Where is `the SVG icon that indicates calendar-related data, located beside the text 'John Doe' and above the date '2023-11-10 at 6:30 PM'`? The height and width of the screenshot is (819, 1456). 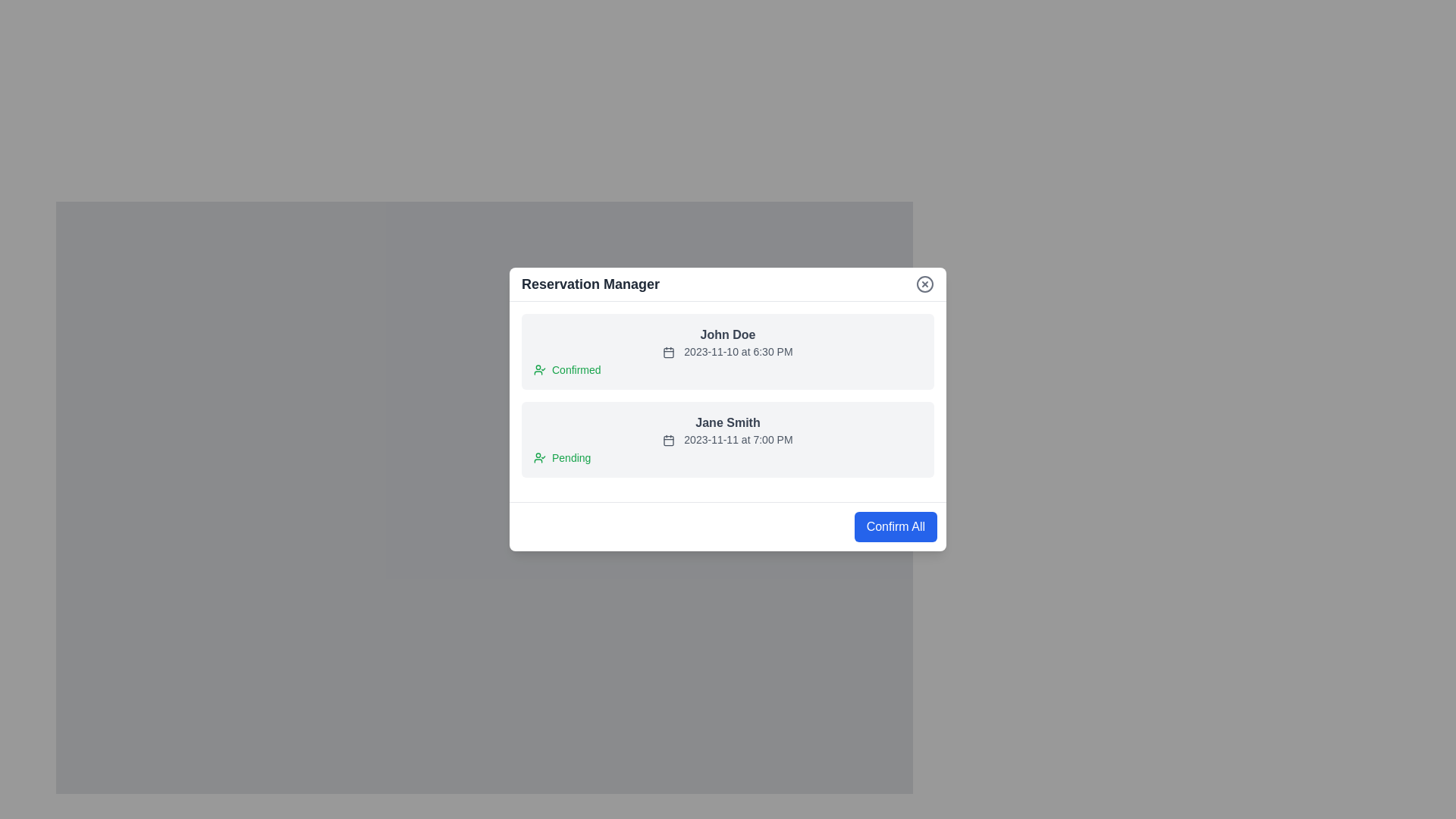
the SVG icon that indicates calendar-related data, located beside the text 'John Doe' and above the date '2023-11-10 at 6:30 PM' is located at coordinates (668, 353).